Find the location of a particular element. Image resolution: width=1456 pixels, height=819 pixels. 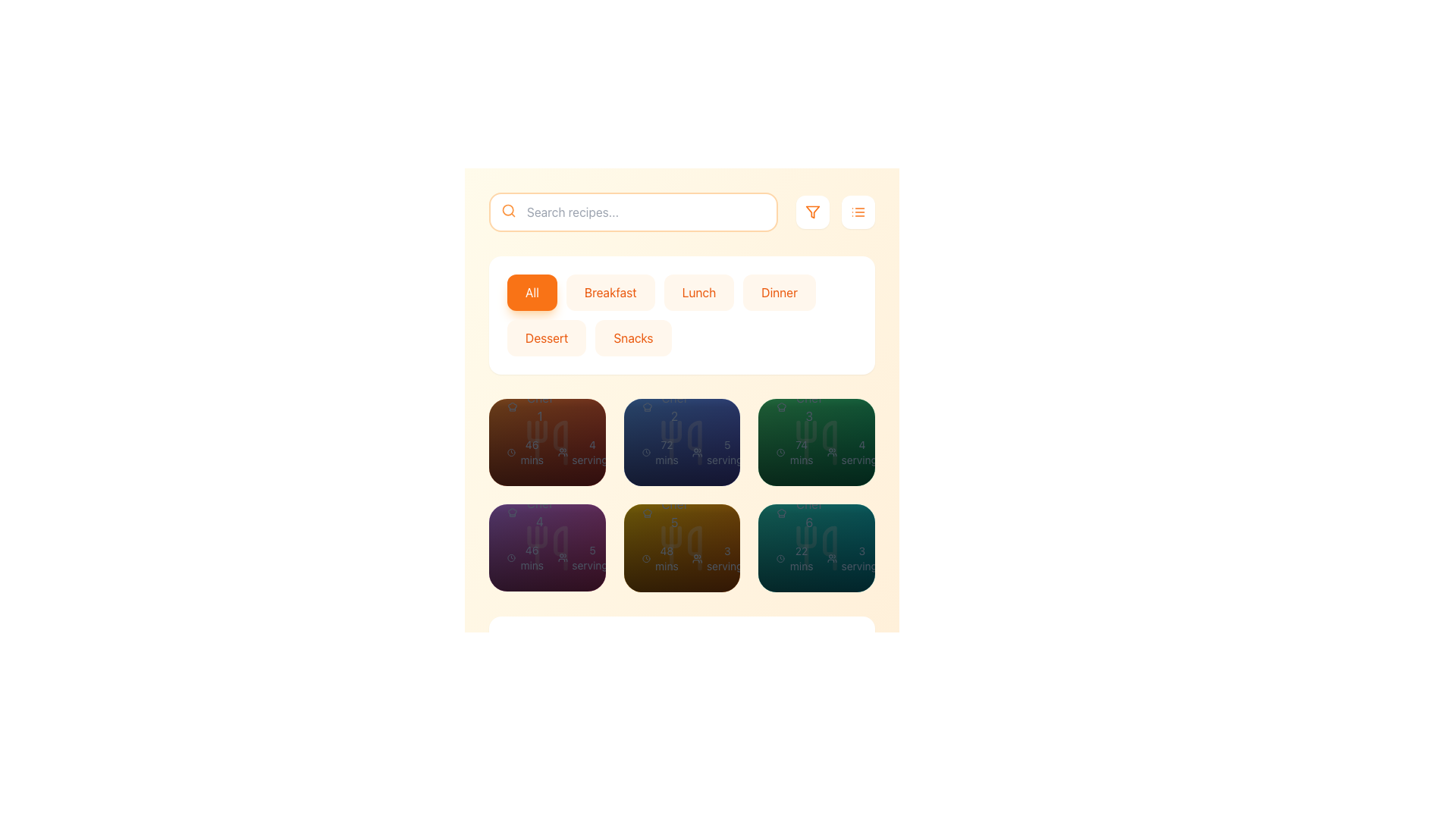

the 'Chef' icon, which serves as a visual indicator for cooking-related content, located to the left of the text 'Chef 1' is located at coordinates (513, 406).